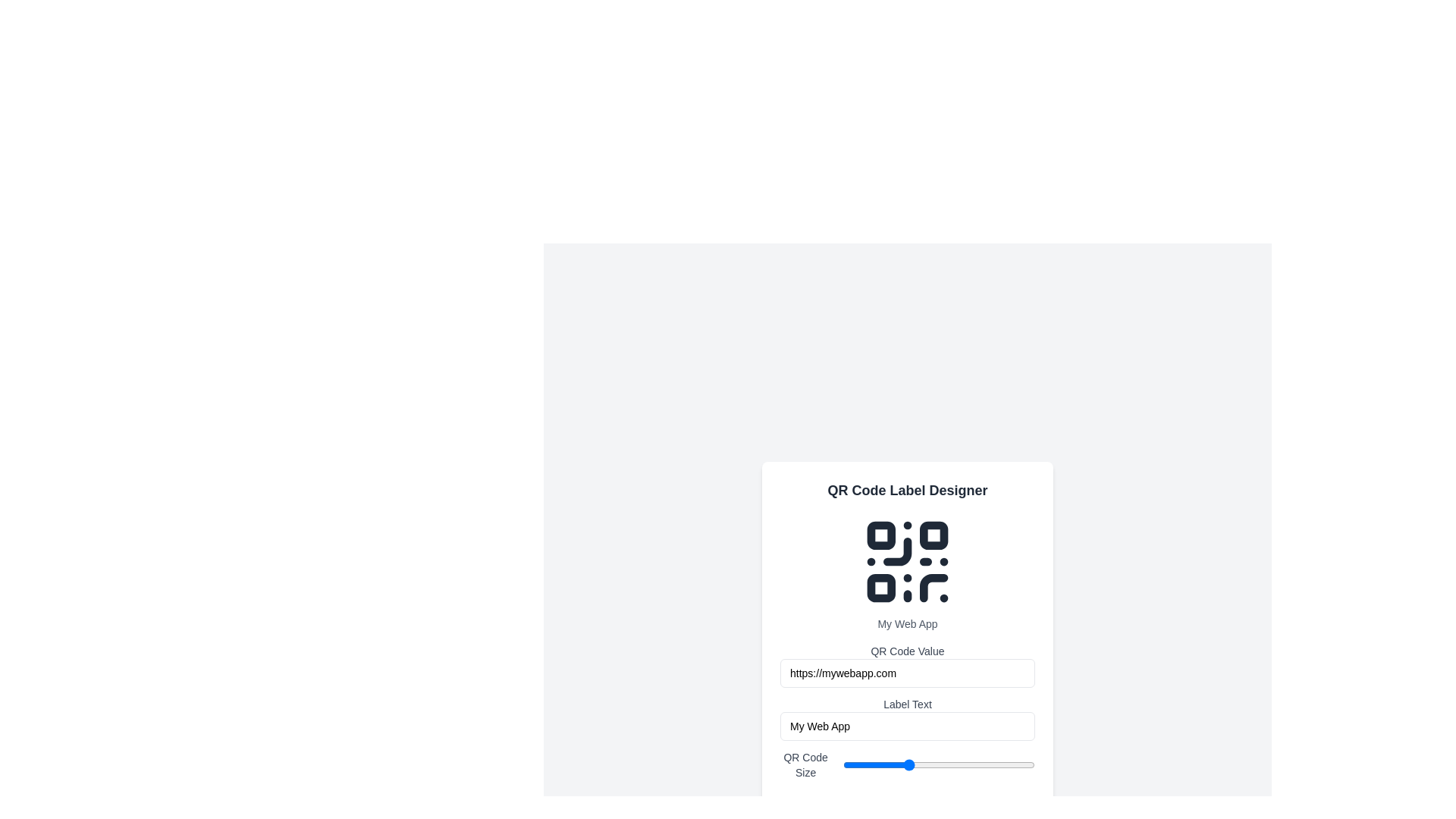  I want to click on the upper-left square of the QR code icon in the 'QR Code Label Designer' interface, which is a rounded rectangle component contributing to the QR code pattern, so click(881, 535).